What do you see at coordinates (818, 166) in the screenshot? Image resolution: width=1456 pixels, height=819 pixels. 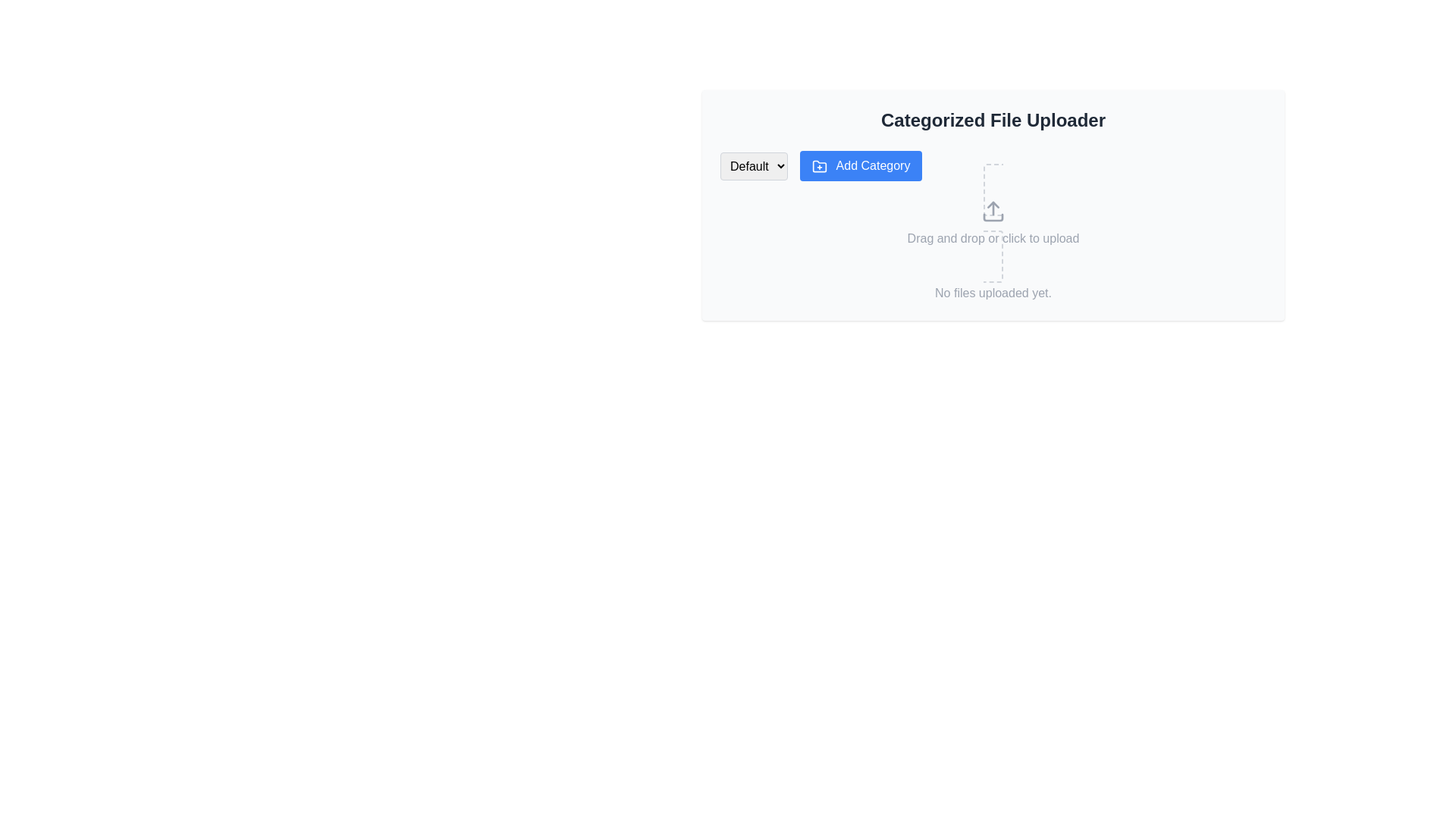 I see `the SVG graphic element representing a folder, located to the left of the 'Add Category' button` at bounding box center [818, 166].